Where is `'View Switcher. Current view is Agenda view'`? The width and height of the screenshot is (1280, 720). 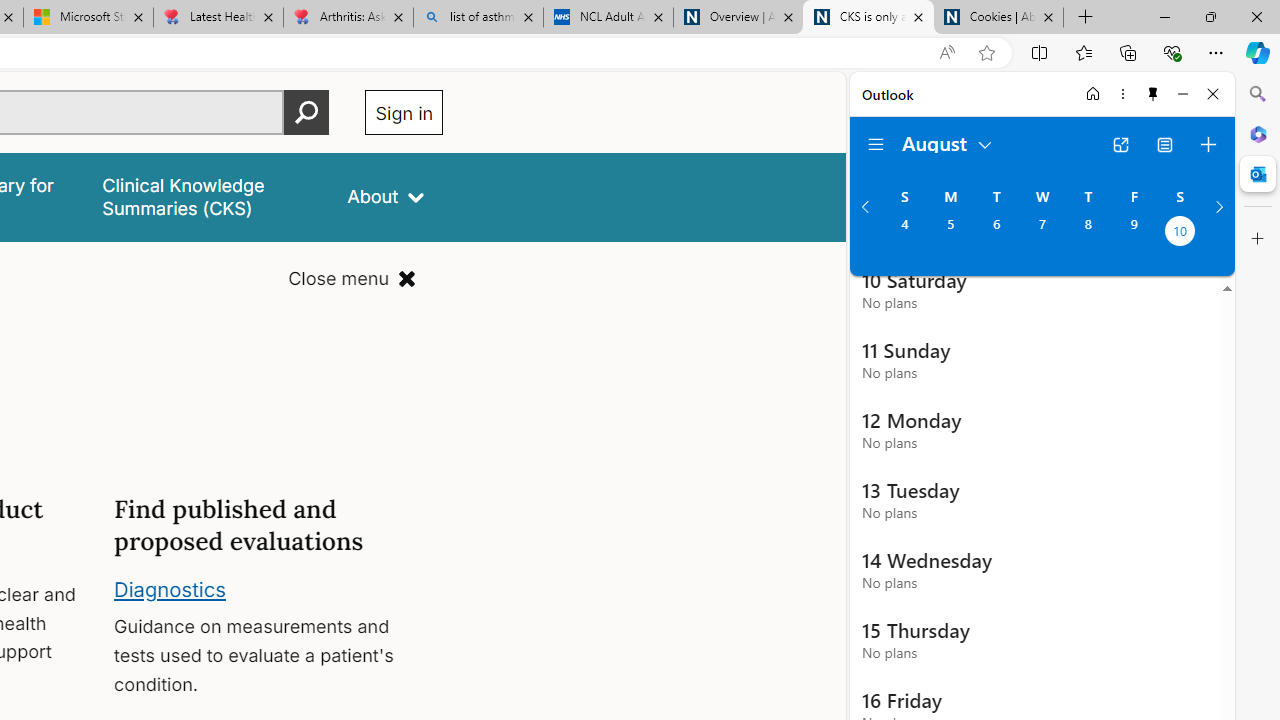
'View Switcher. Current view is Agenda view' is located at coordinates (1165, 144).